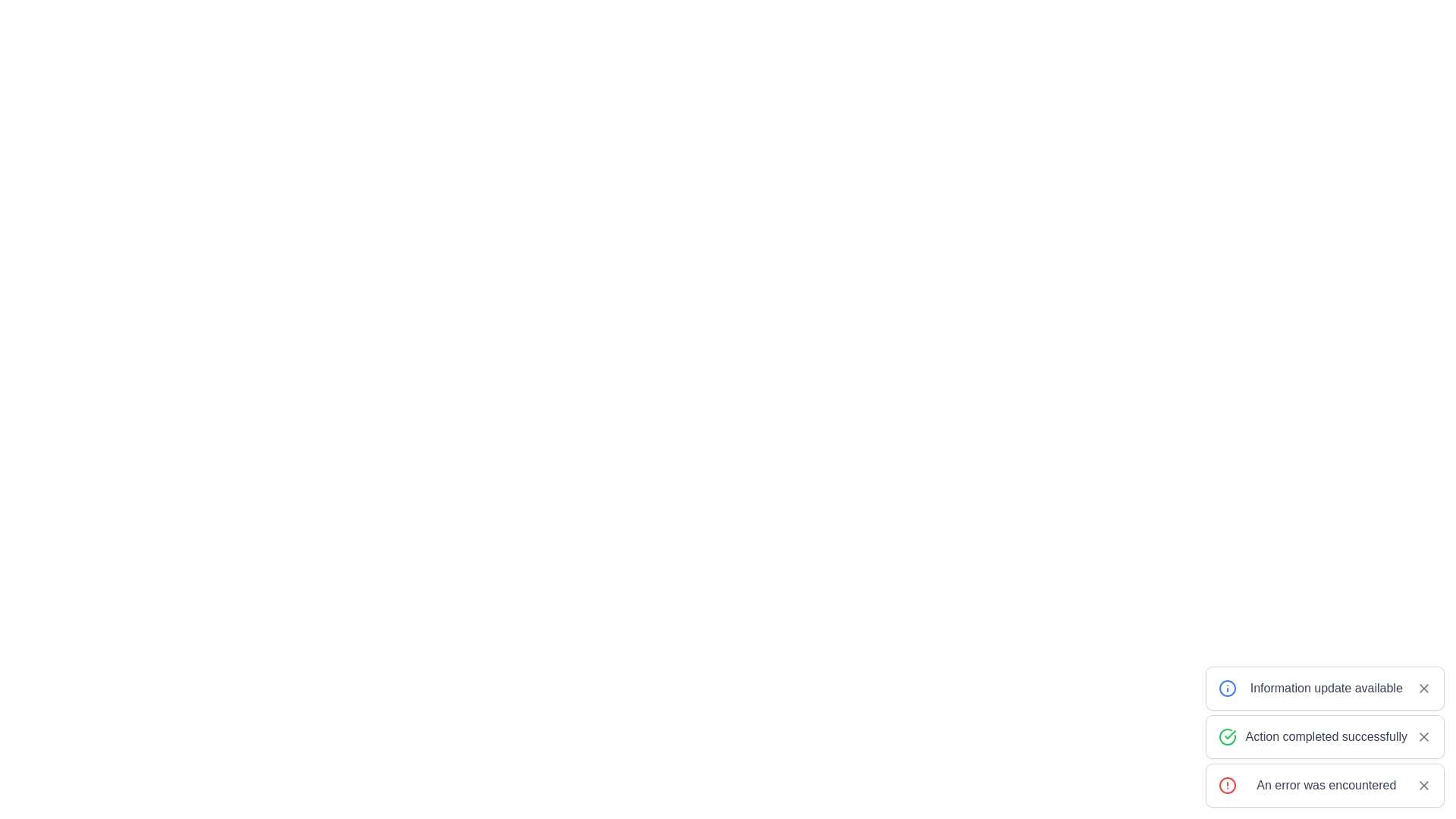  I want to click on notification text from the second notification in the vertically aligned list located at the bottom-right corner of the interface, which informs the user about the successful completion of an action, so click(1324, 736).